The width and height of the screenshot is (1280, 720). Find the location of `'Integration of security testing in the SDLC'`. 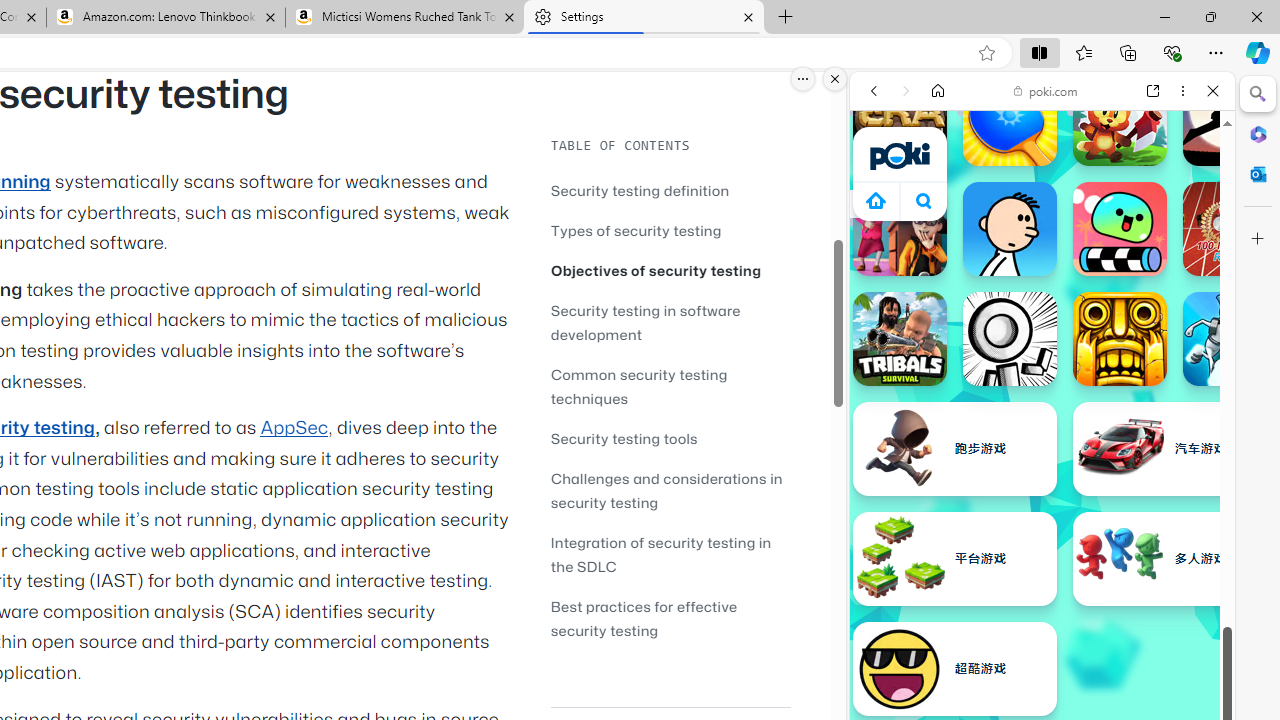

'Integration of security testing in the SDLC' is located at coordinates (661, 554).